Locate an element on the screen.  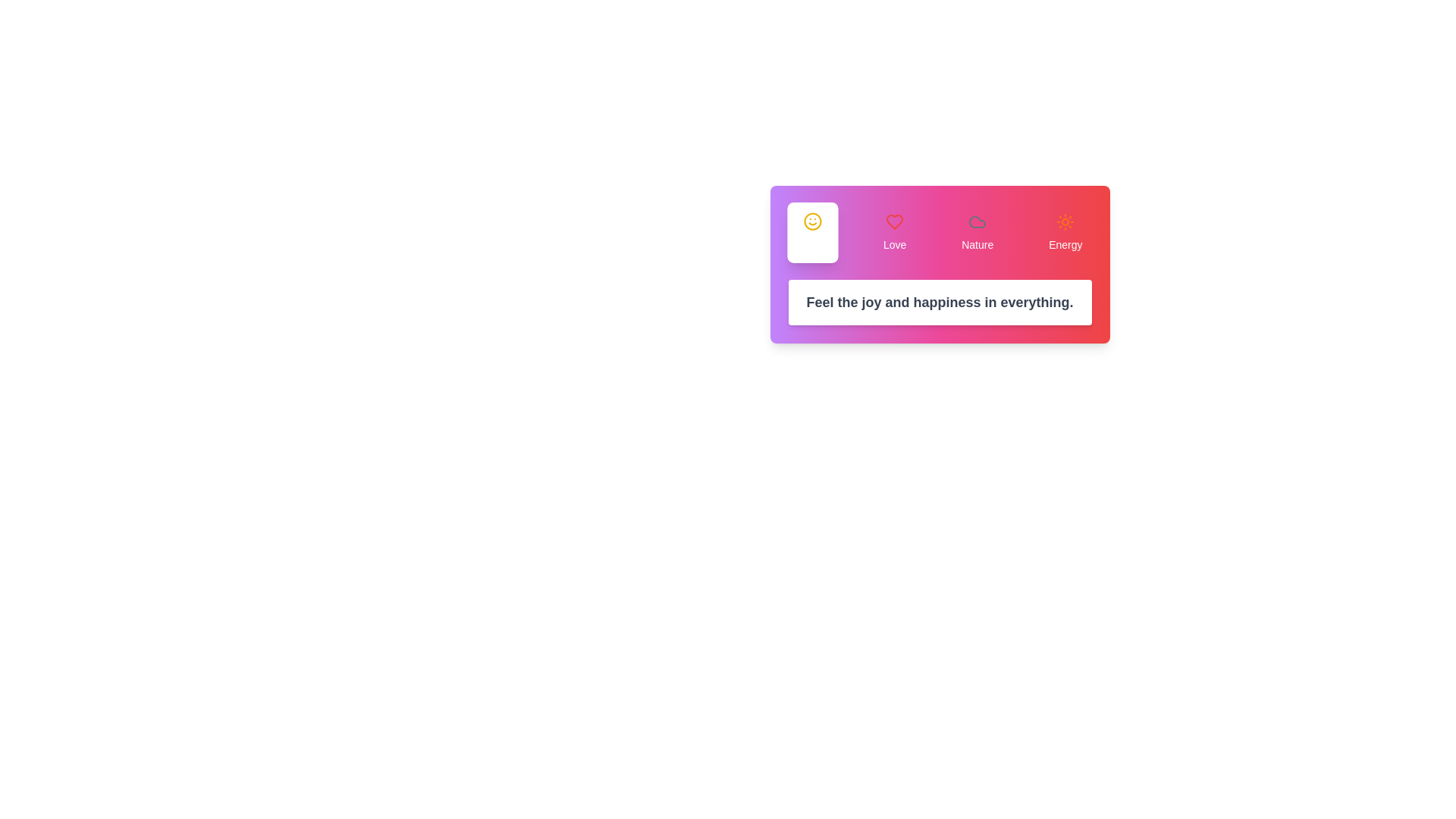
the Energy tab by clicking on it is located at coordinates (1065, 233).